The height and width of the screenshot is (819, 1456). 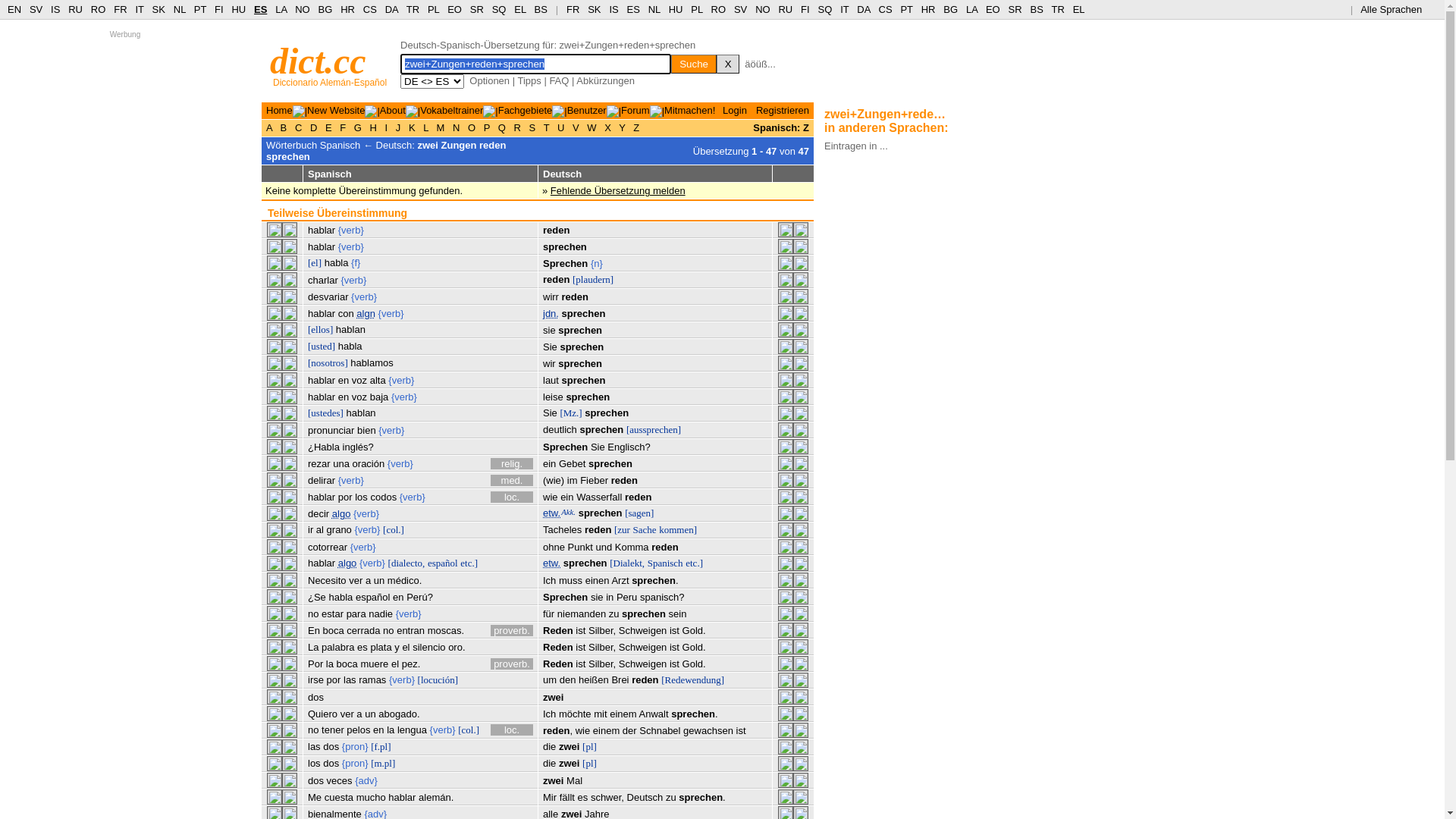 What do you see at coordinates (399, 714) in the screenshot?
I see `'abogado.'` at bounding box center [399, 714].